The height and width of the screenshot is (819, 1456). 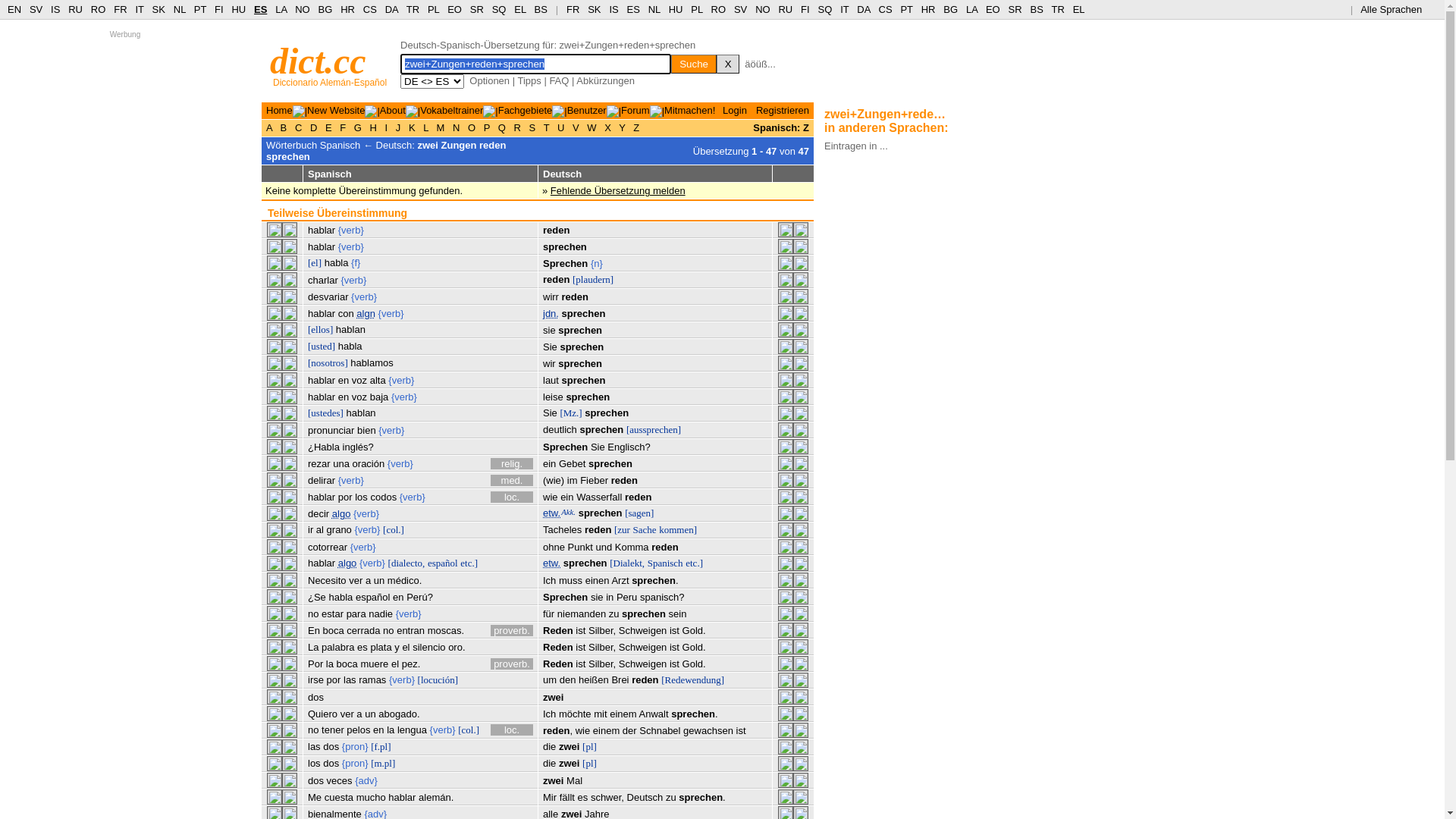 What do you see at coordinates (399, 714) in the screenshot?
I see `'abogado.'` at bounding box center [399, 714].